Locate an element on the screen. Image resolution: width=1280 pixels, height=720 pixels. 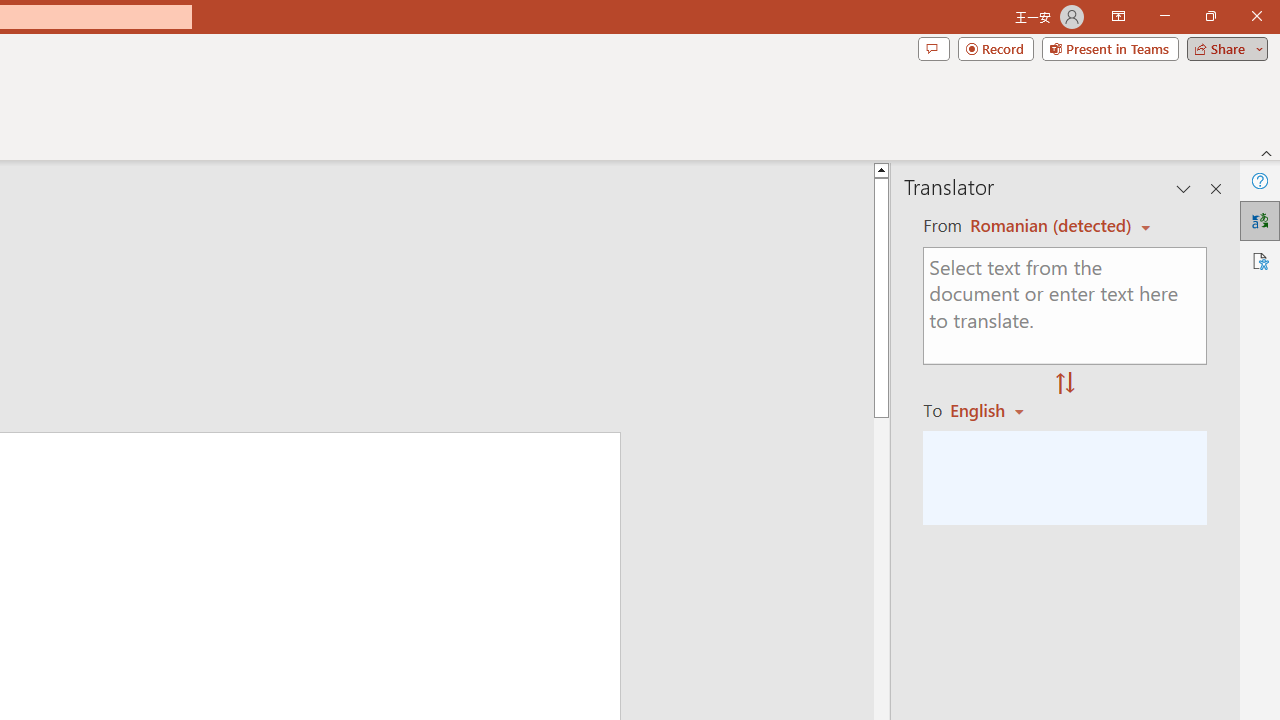
'Romanian' is located at coordinates (994, 409).